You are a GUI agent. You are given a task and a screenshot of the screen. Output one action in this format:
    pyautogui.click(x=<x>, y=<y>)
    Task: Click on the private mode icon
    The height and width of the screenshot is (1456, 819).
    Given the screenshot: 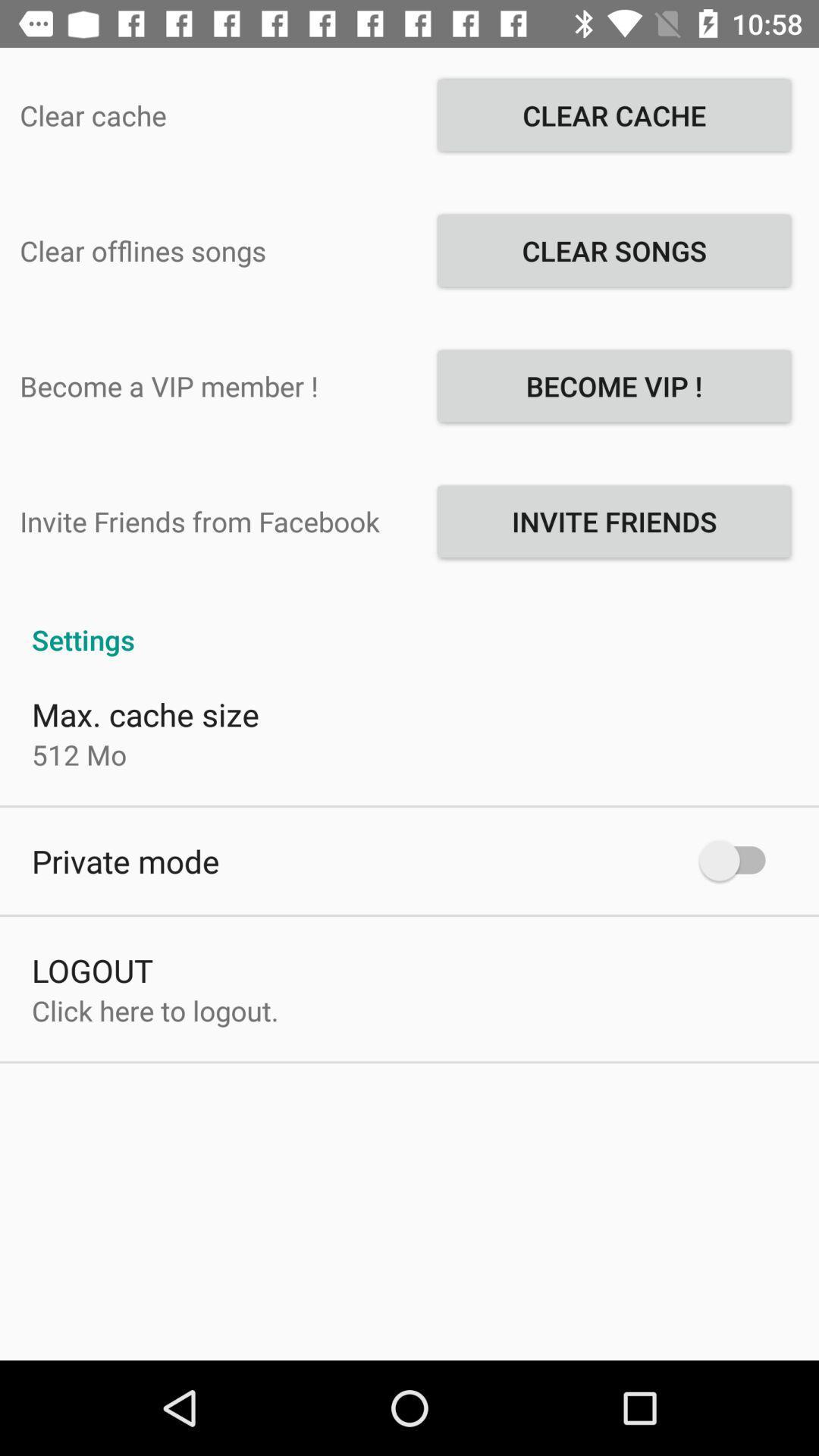 What is the action you would take?
    pyautogui.click(x=124, y=861)
    